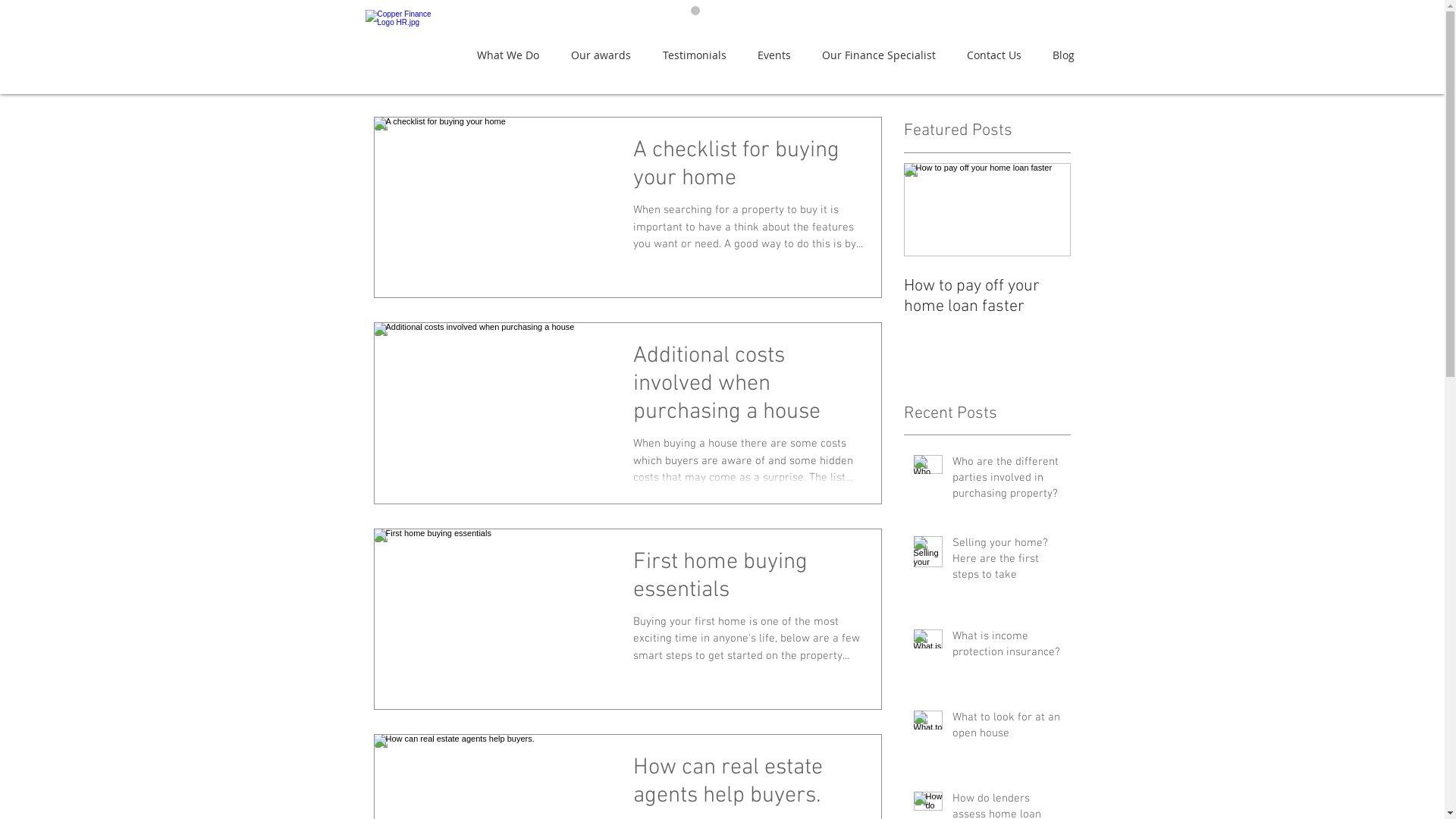  What do you see at coordinates (778, 54) in the screenshot?
I see `'Events'` at bounding box center [778, 54].